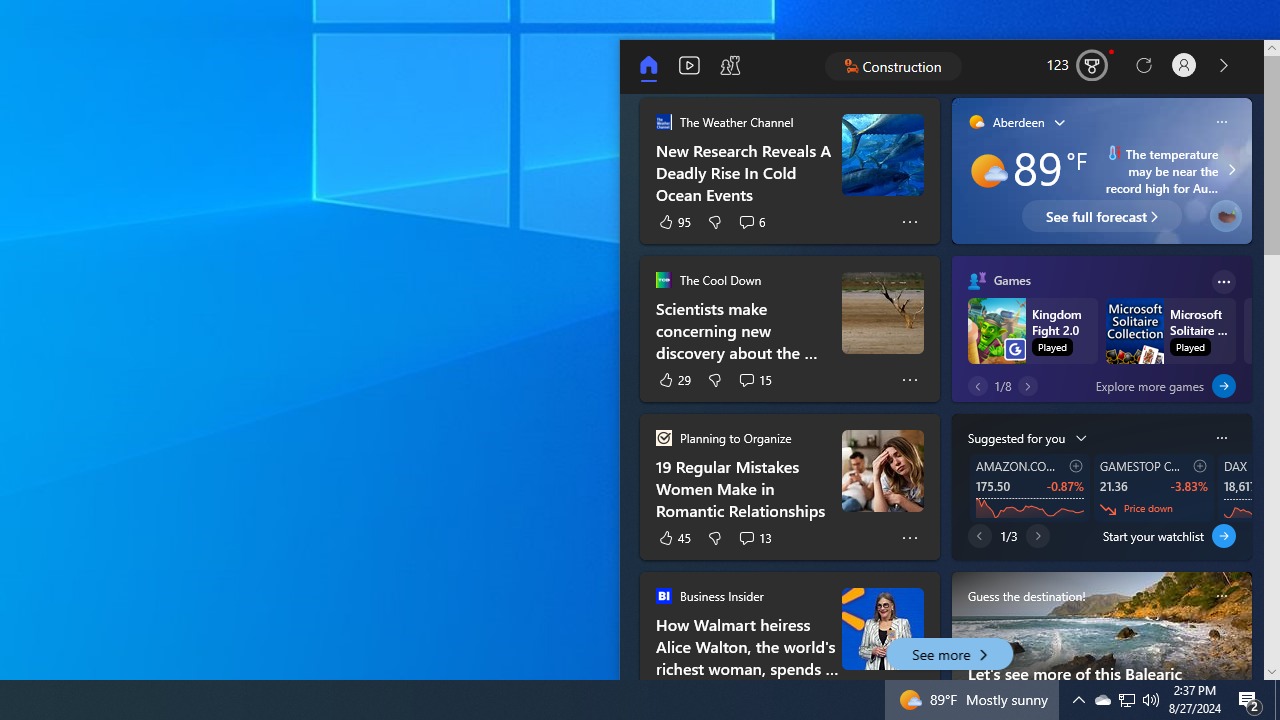  What do you see at coordinates (1036, 330) in the screenshot?
I see `'Kingdom Fight 2.0Kingdom Fight 2.0 Played Play'` at bounding box center [1036, 330].